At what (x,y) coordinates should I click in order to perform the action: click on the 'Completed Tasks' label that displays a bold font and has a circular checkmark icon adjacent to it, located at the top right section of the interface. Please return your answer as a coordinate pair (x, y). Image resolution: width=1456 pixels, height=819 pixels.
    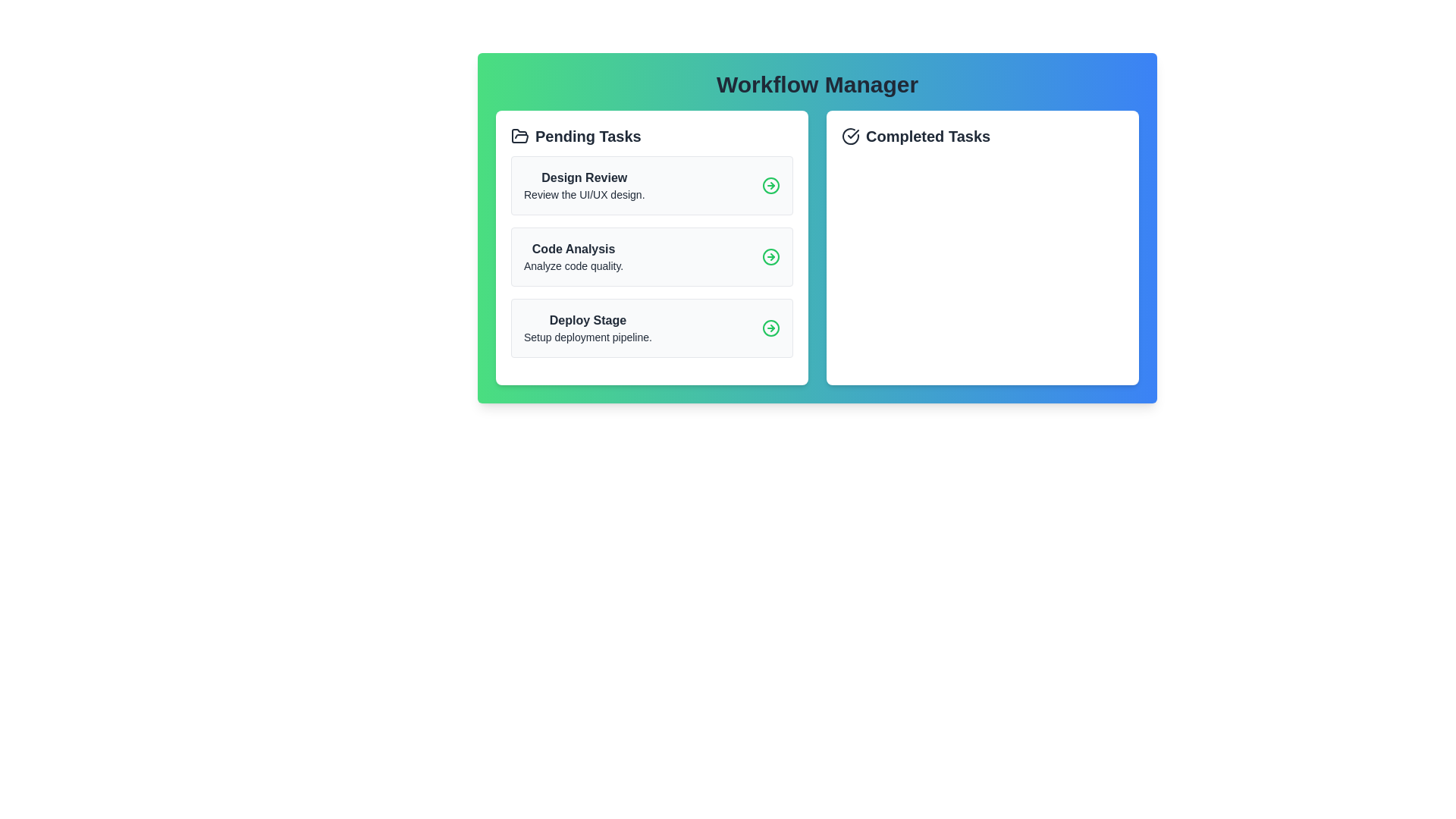
    Looking at the image, I should click on (983, 136).